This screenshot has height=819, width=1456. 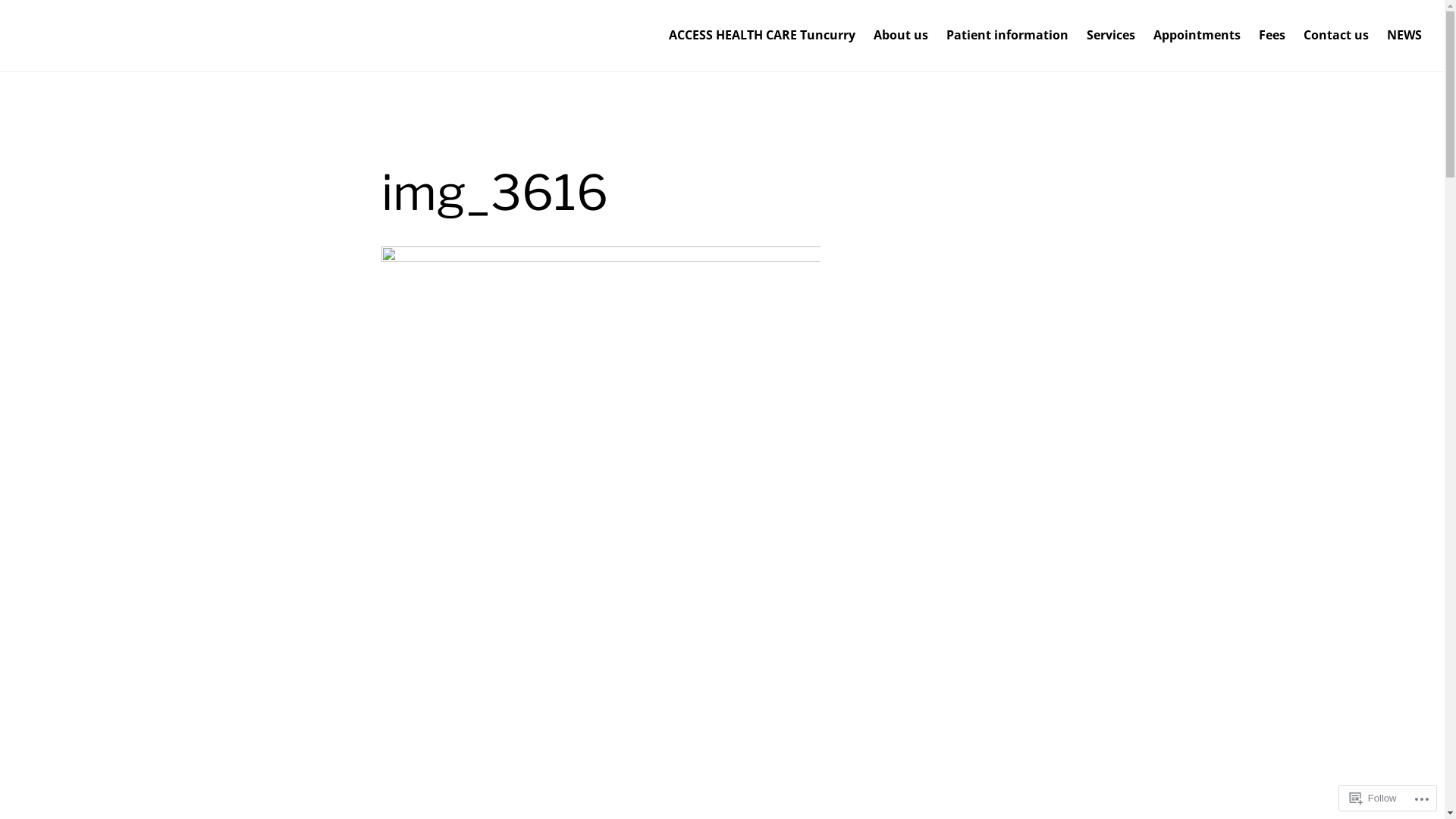 I want to click on 'NEWS', so click(x=1404, y=34).